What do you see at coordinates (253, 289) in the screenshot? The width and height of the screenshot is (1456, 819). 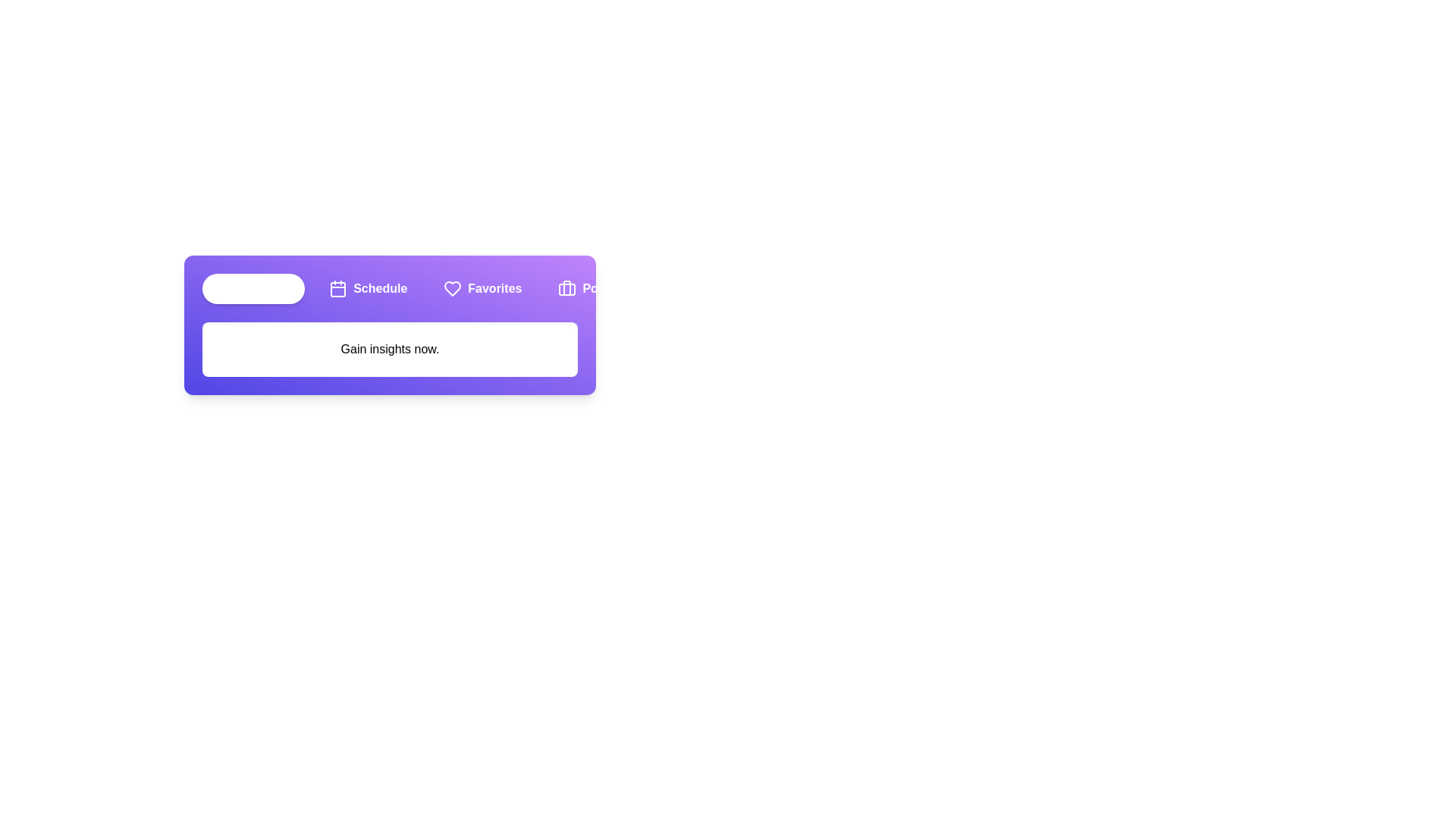 I see `the tab labeled Overview to view its content` at bounding box center [253, 289].